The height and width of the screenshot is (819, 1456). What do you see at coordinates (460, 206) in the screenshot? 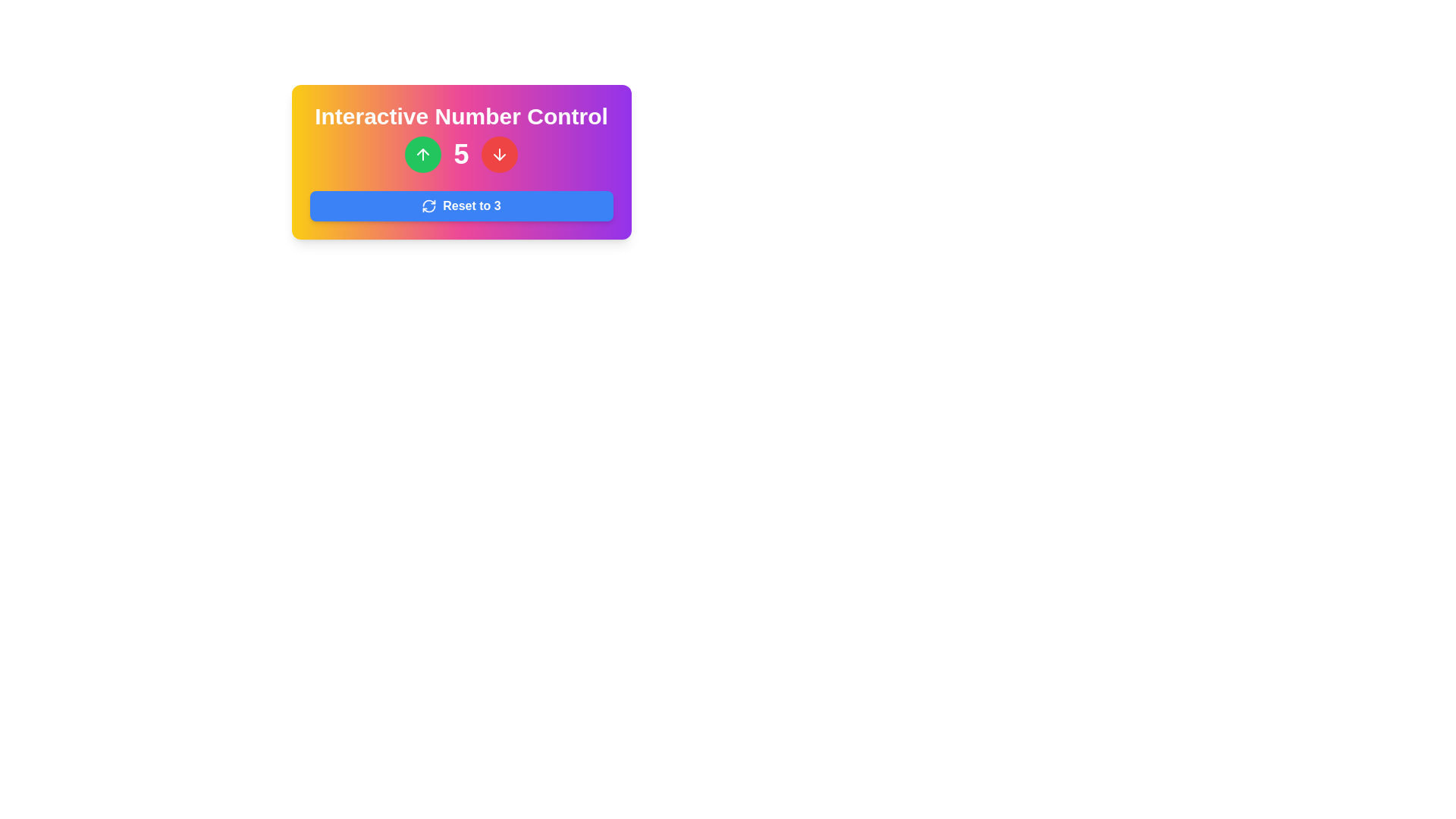
I see `the reset button located below the 'Interactive Number Control' title` at bounding box center [460, 206].